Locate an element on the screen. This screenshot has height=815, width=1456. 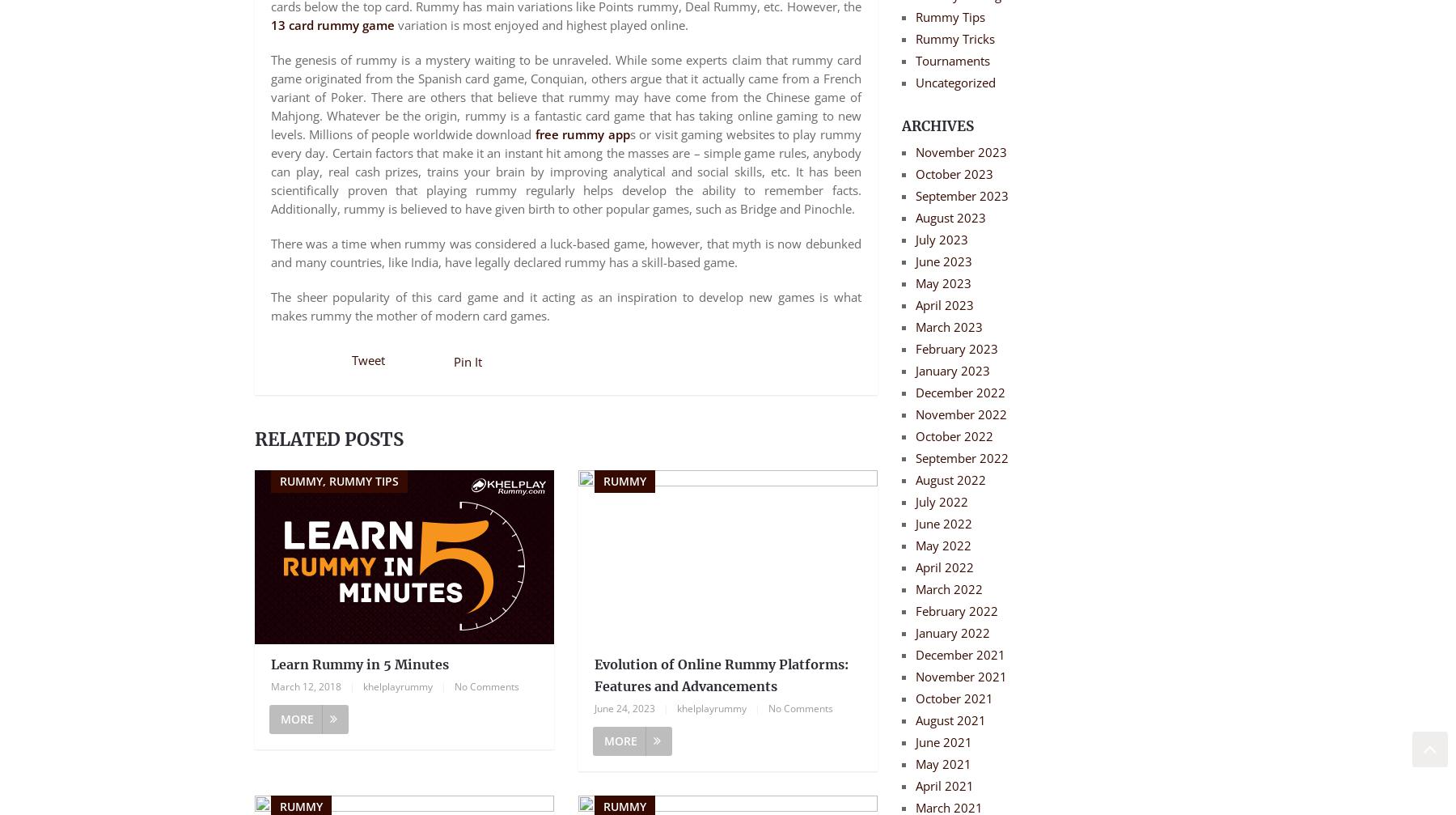
'13 card rummy game' is located at coordinates (332, 25).